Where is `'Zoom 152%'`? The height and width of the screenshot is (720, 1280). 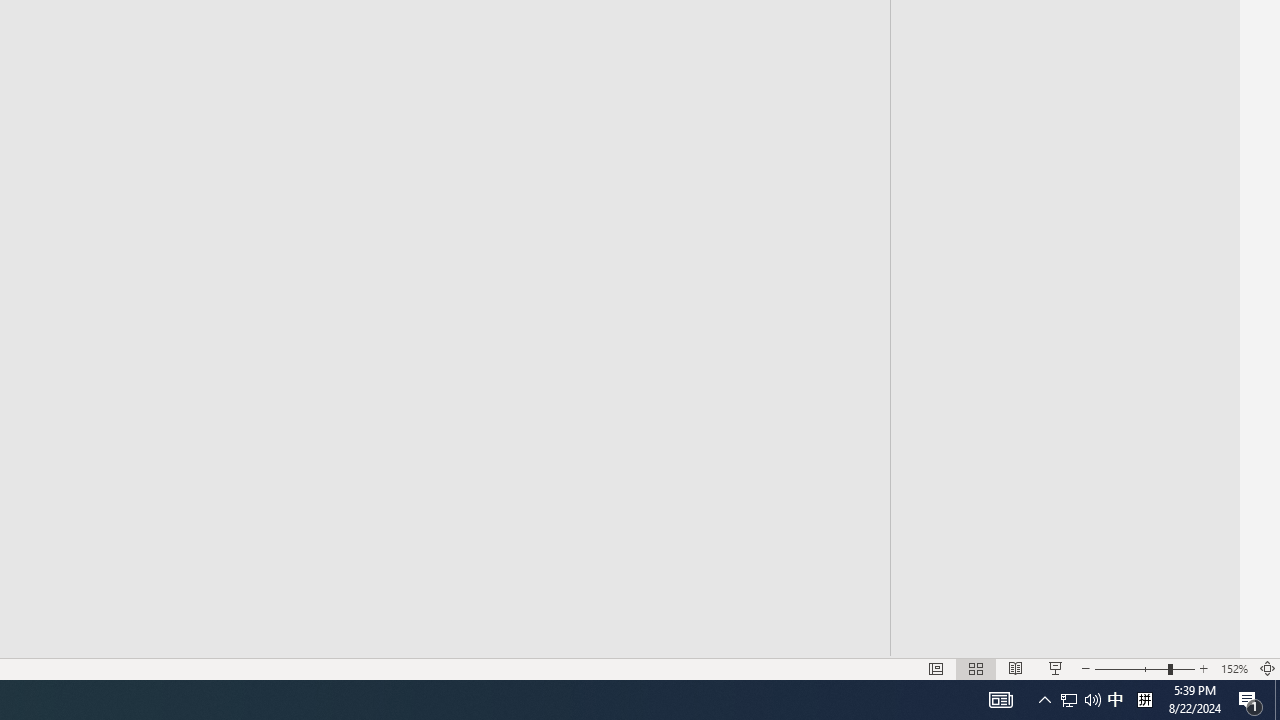
'Zoom 152%' is located at coordinates (1233, 669).